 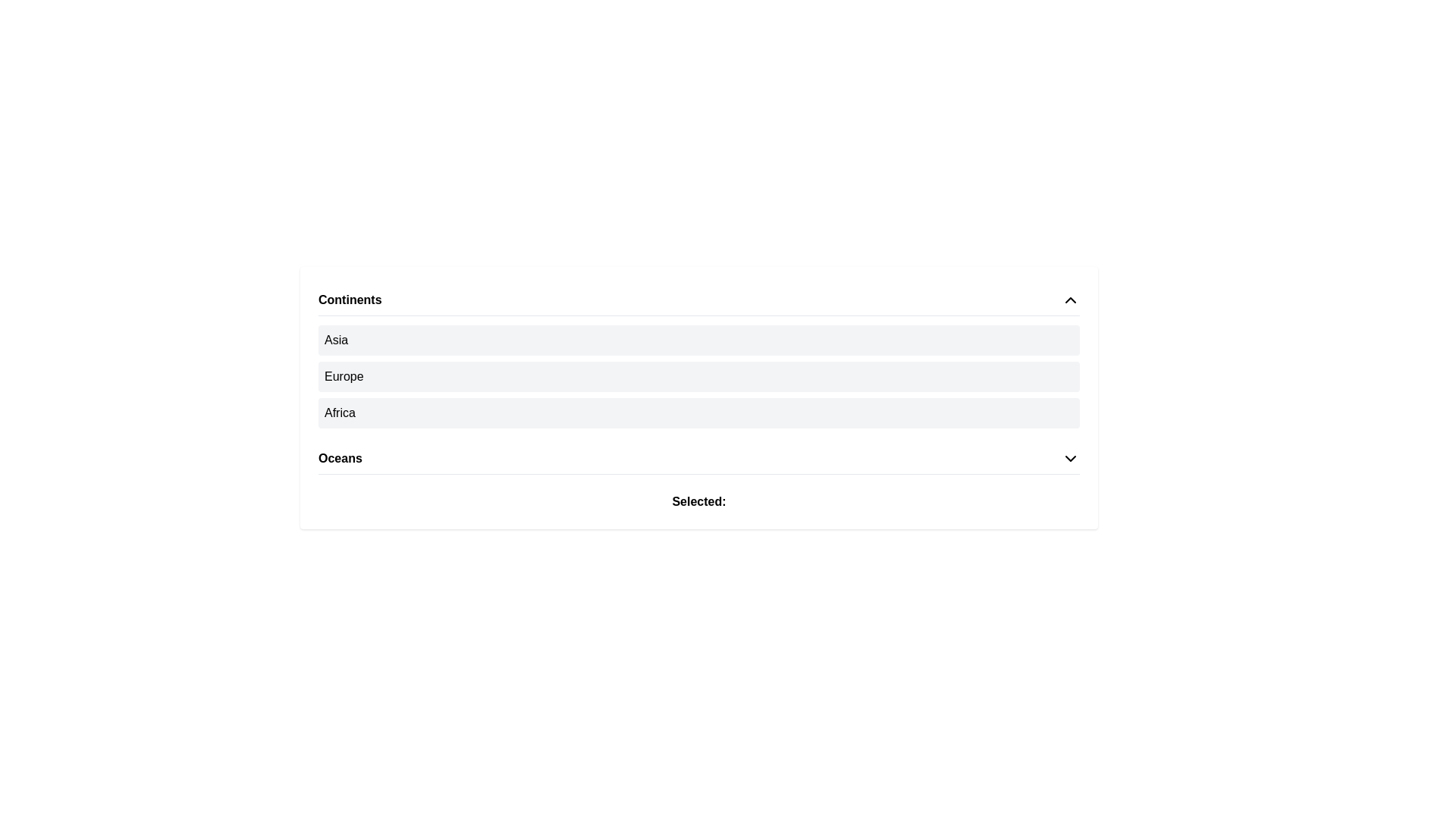 What do you see at coordinates (698, 413) in the screenshot?
I see `the list item representing the 'Africa' continent, which is the third option in the vertical list titled 'Continents.'` at bounding box center [698, 413].